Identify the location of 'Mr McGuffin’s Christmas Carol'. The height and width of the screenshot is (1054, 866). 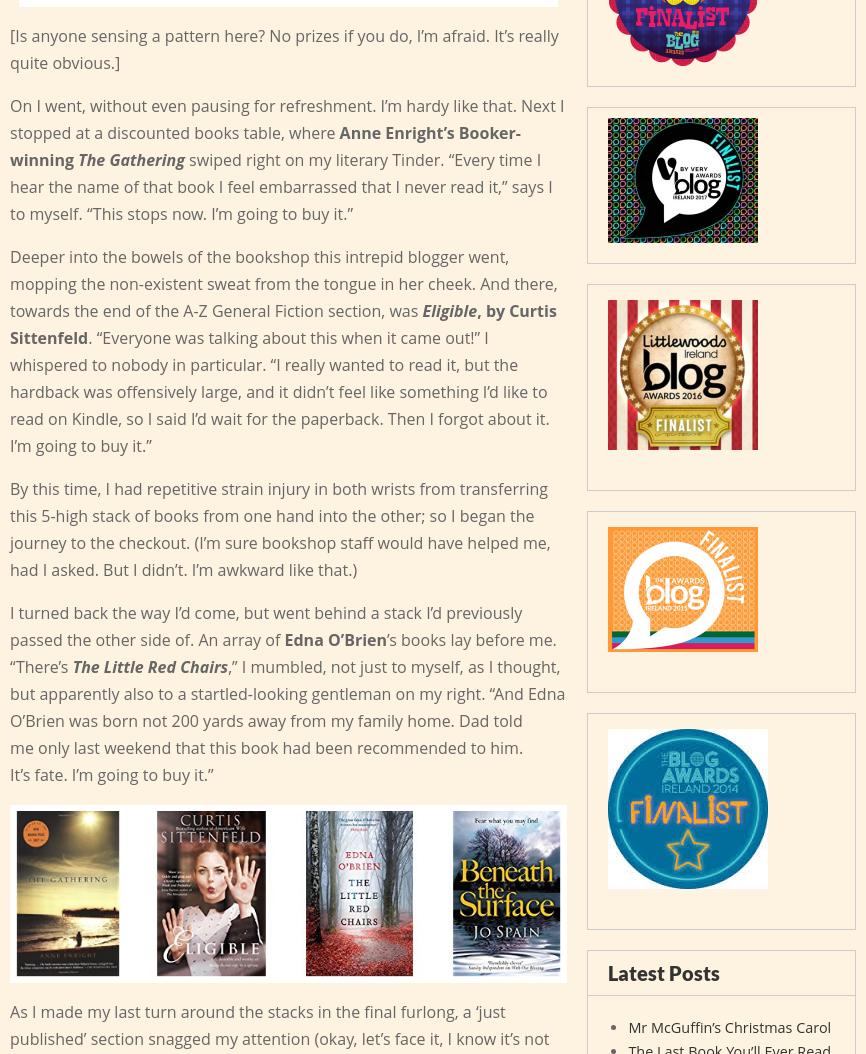
(728, 1025).